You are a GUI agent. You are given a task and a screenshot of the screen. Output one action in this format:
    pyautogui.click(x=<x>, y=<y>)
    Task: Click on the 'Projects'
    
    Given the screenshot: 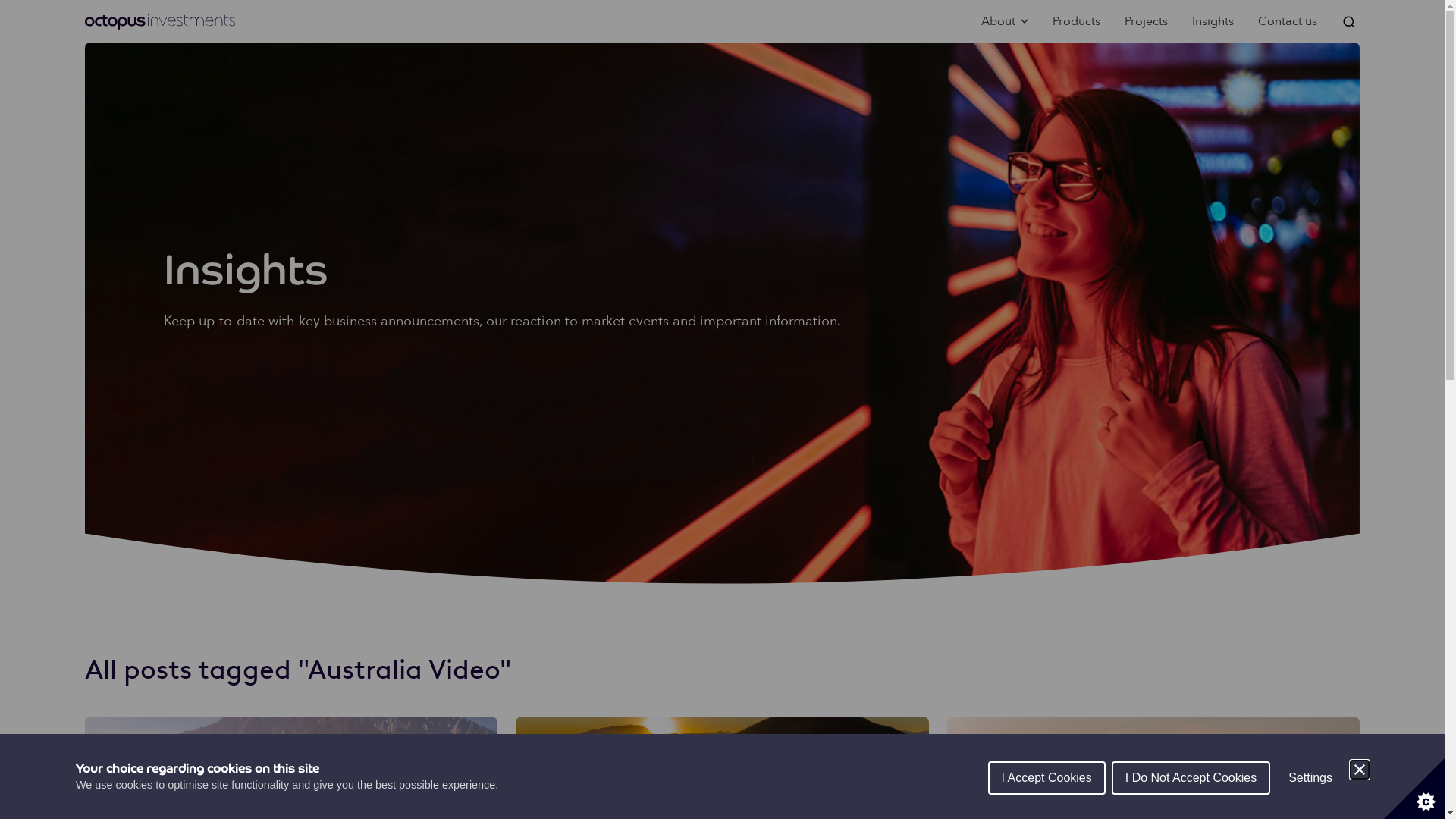 What is the action you would take?
    pyautogui.click(x=1125, y=20)
    